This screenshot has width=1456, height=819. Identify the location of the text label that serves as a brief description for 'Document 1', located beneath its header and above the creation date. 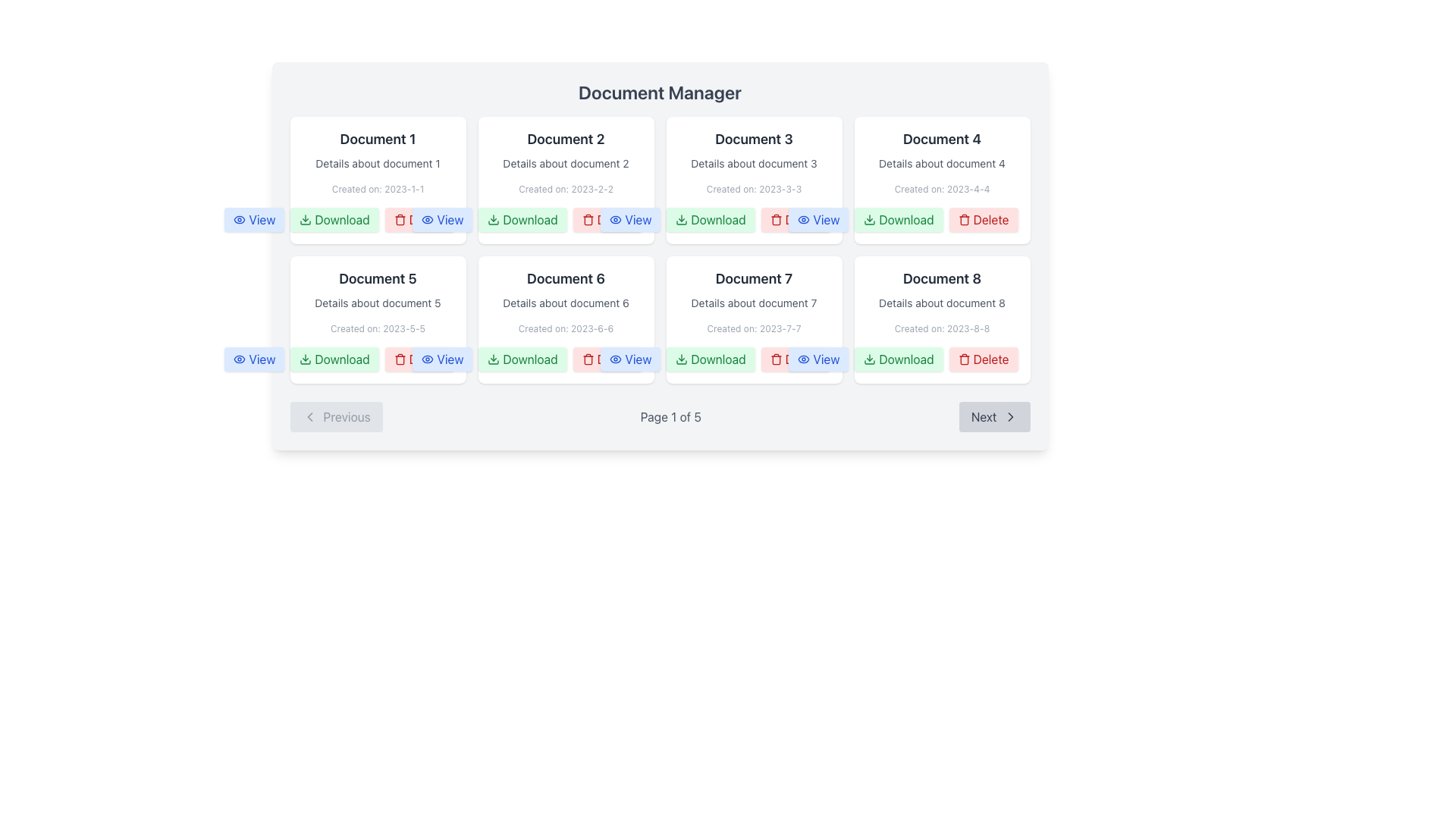
(378, 164).